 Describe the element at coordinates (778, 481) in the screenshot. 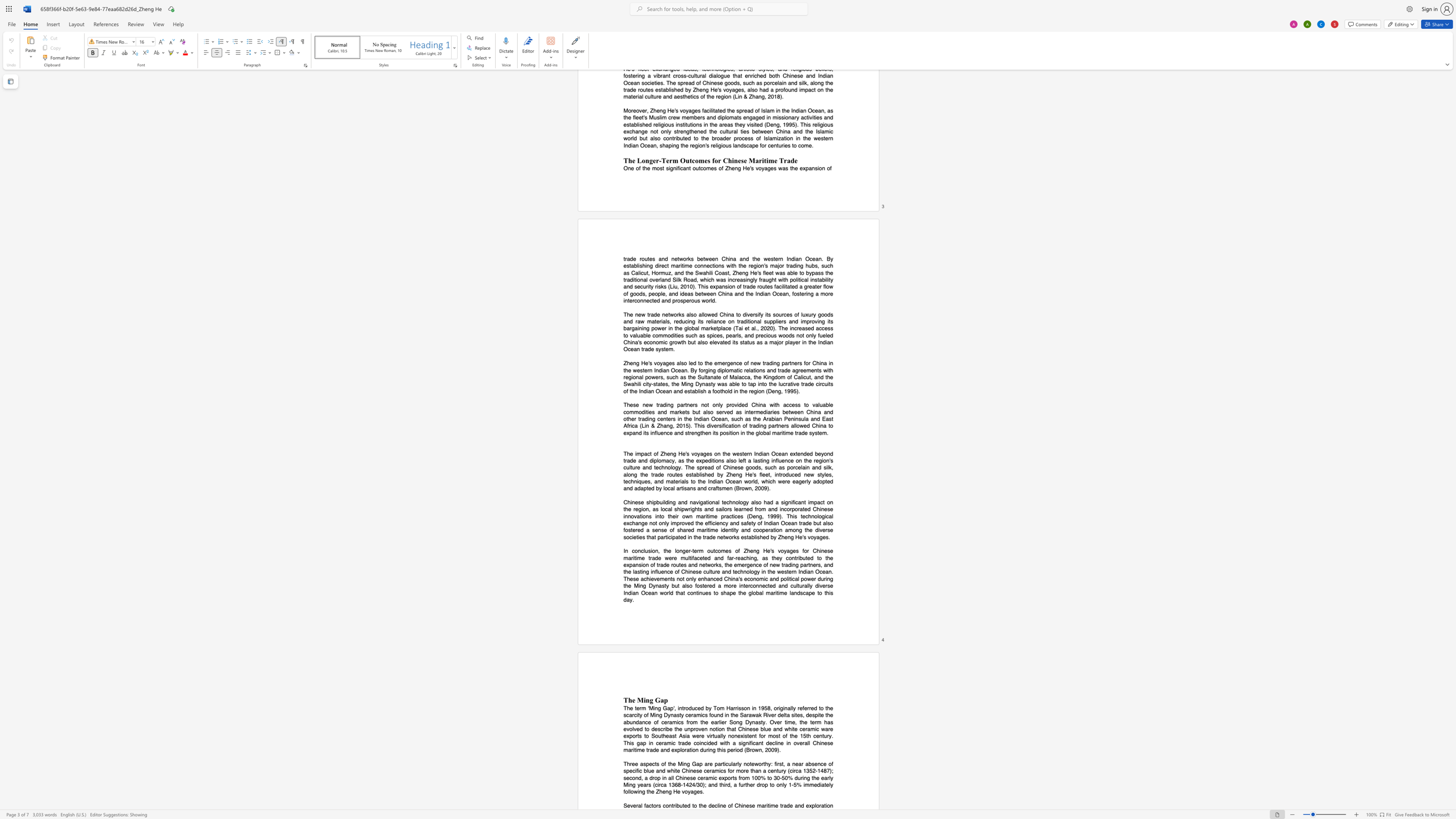

I see `the subset text "were eagerly adopted and adapted by local artisans and craftsmen (Brown, 2" within the text "by Zheng He"` at that location.